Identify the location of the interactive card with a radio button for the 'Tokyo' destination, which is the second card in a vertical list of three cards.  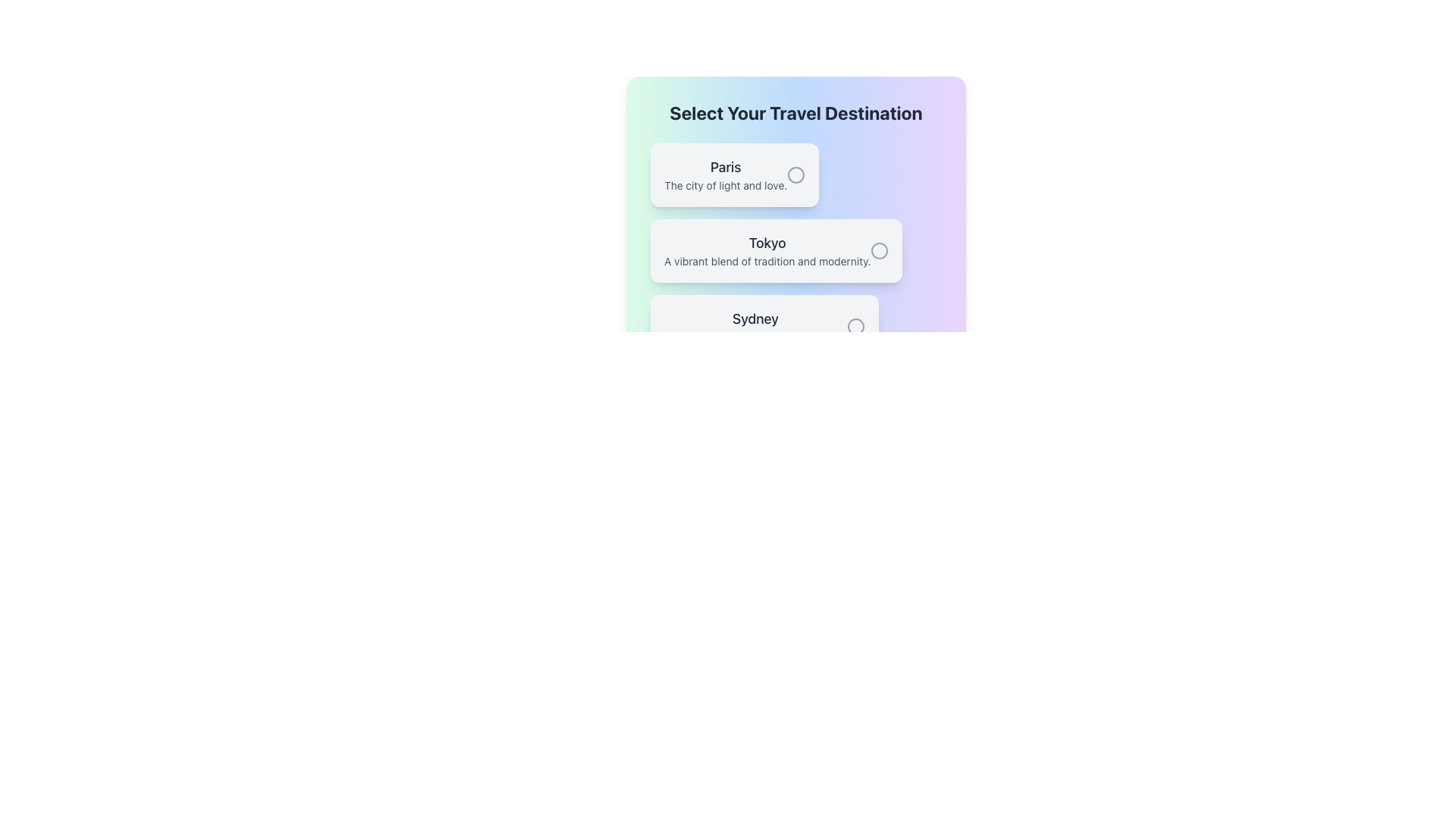
(777, 250).